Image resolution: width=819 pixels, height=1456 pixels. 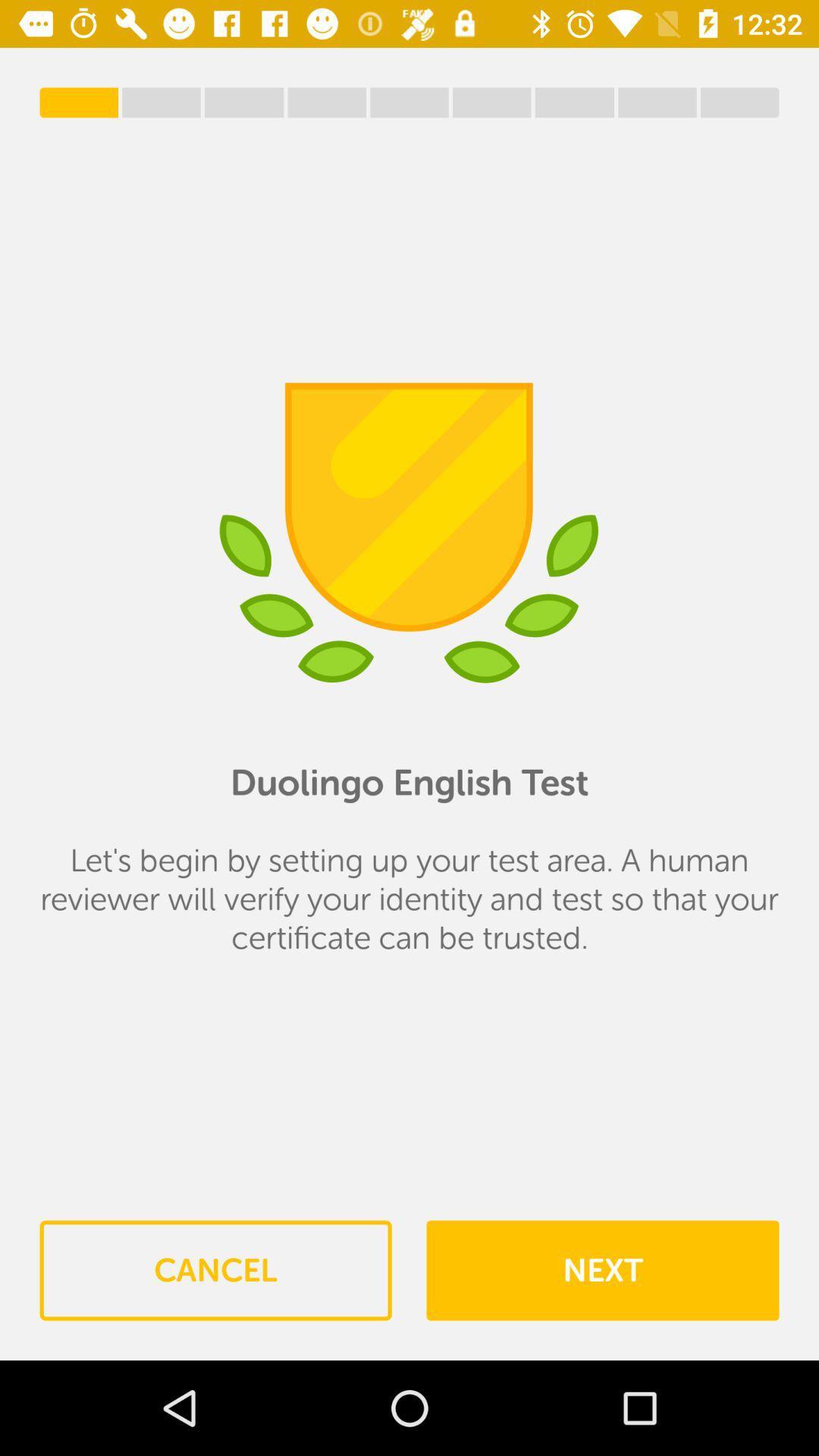 I want to click on item to the right of cancel icon, so click(x=601, y=1270).